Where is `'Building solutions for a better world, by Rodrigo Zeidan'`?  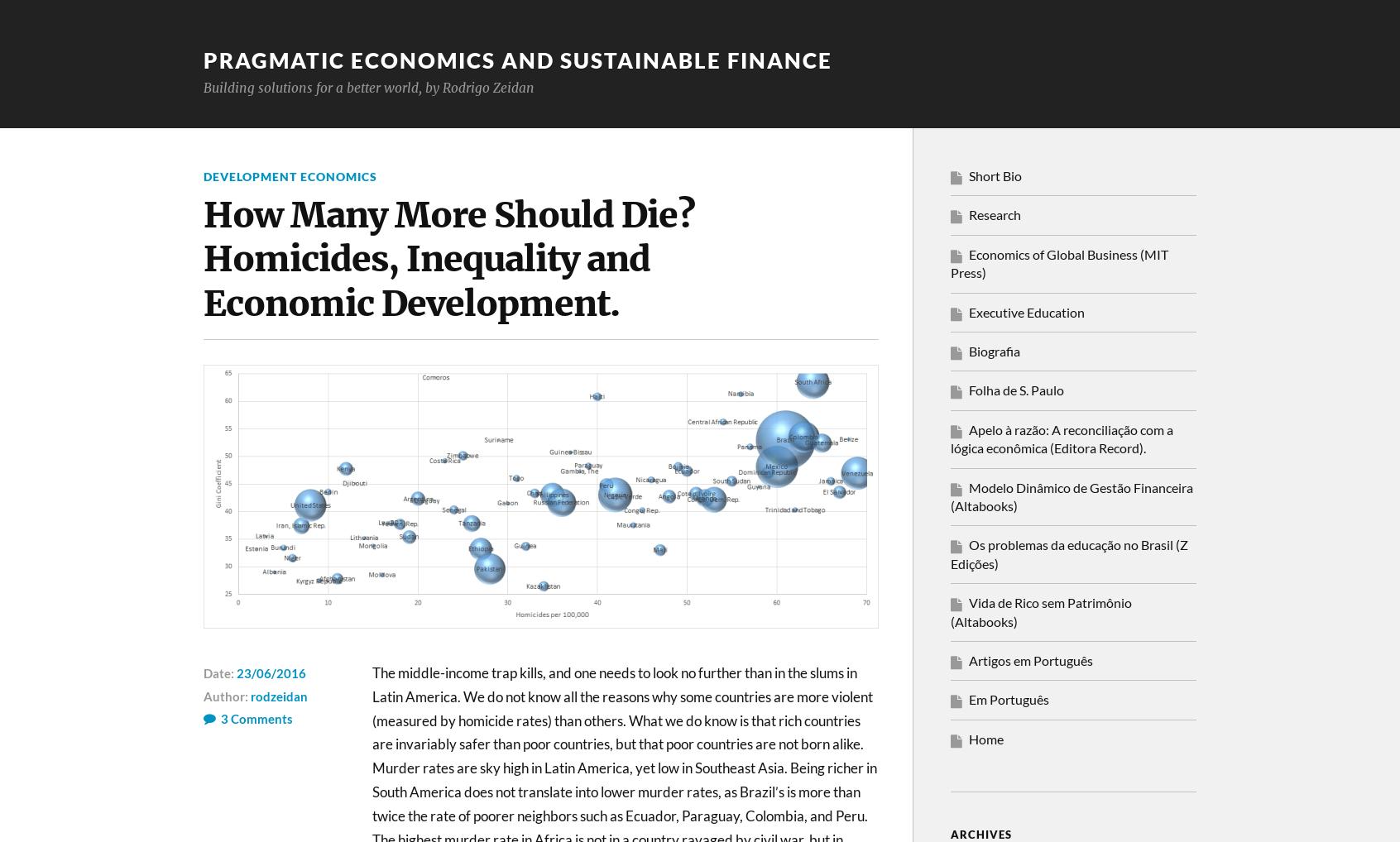 'Building solutions for a better world, by Rodrigo Zeidan' is located at coordinates (204, 86).